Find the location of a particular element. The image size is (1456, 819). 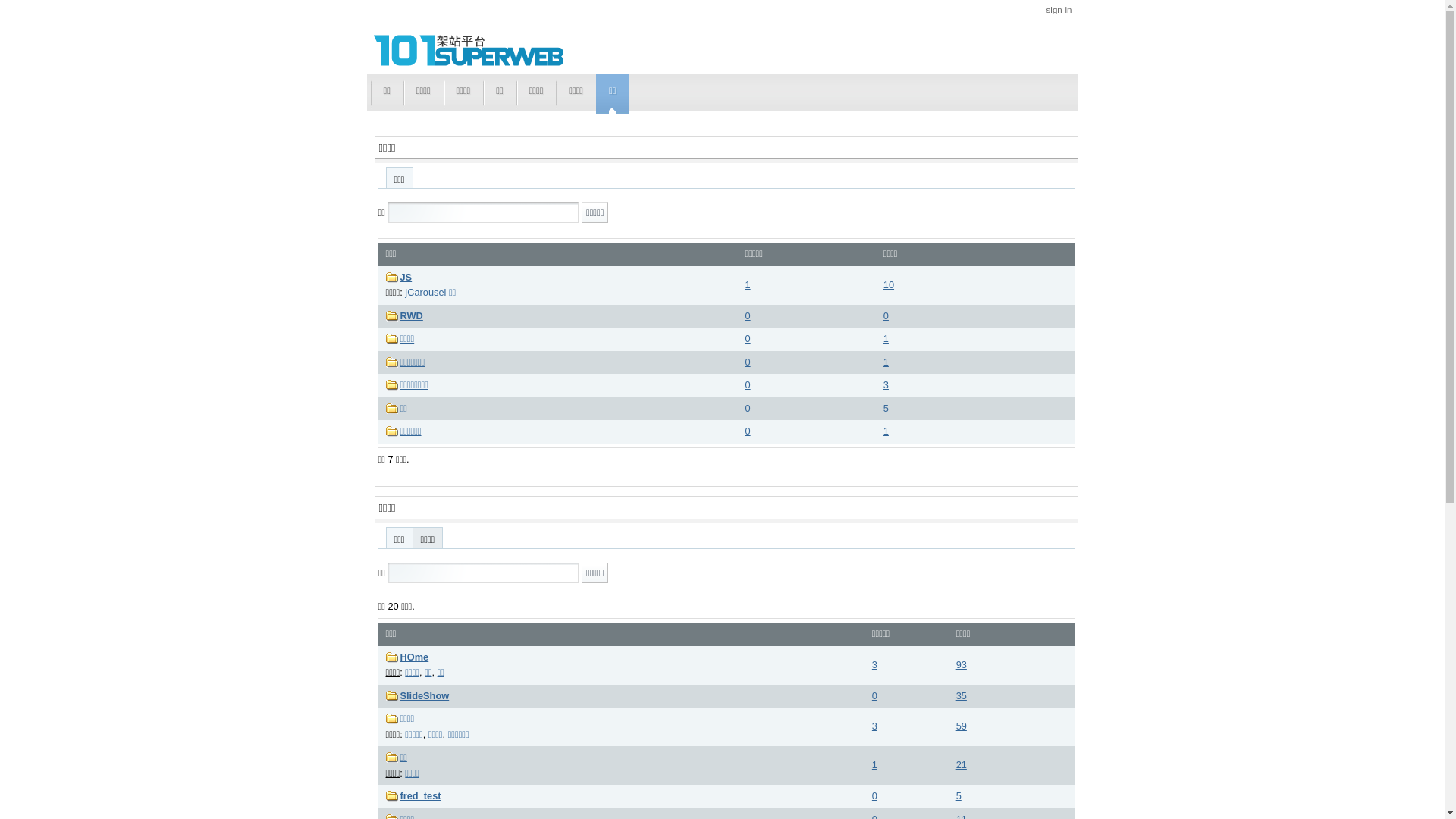

'JS' is located at coordinates (406, 277).